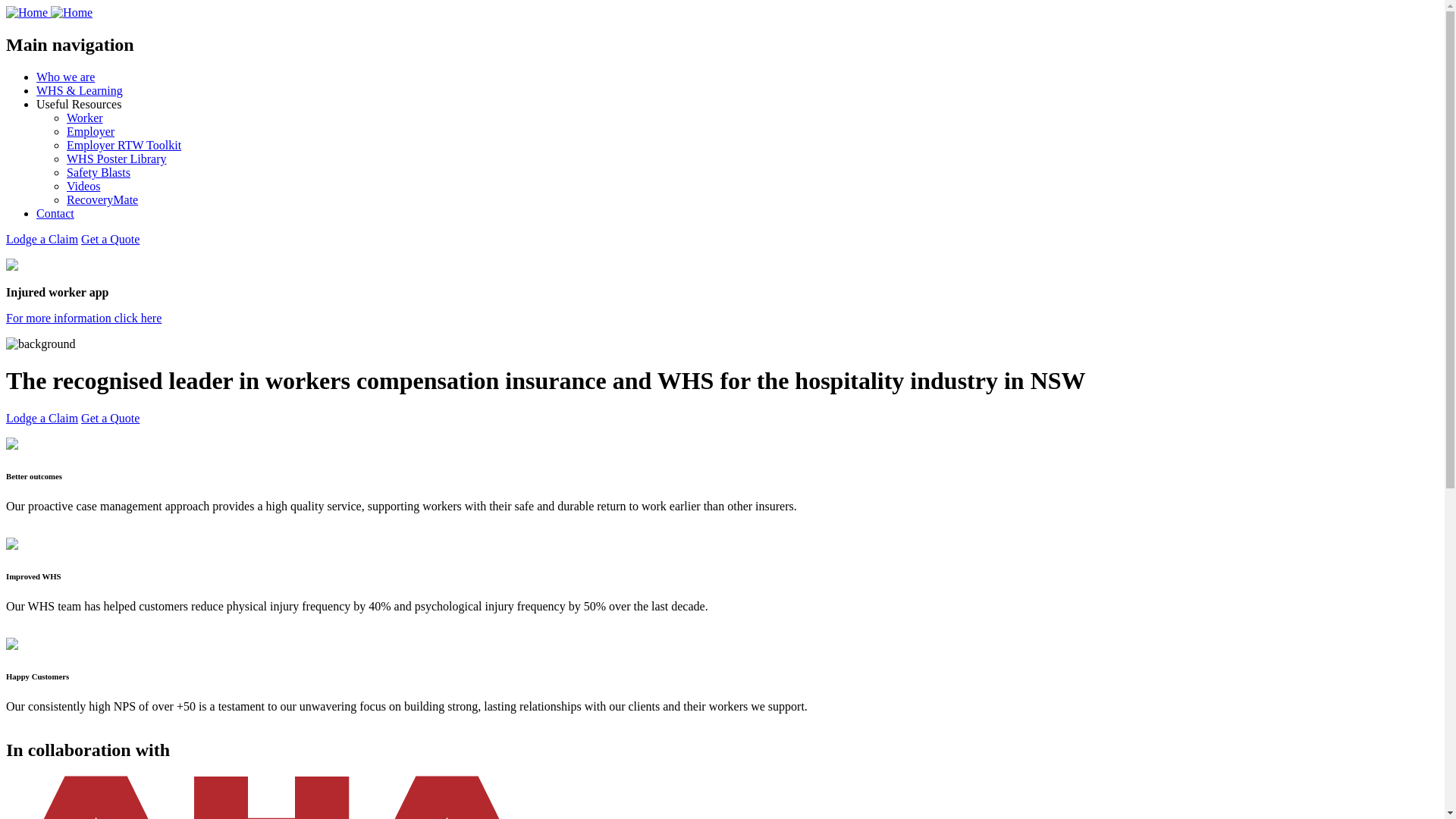  Describe the element at coordinates (632, 408) in the screenshot. I see `'Go to hii.au'` at that location.